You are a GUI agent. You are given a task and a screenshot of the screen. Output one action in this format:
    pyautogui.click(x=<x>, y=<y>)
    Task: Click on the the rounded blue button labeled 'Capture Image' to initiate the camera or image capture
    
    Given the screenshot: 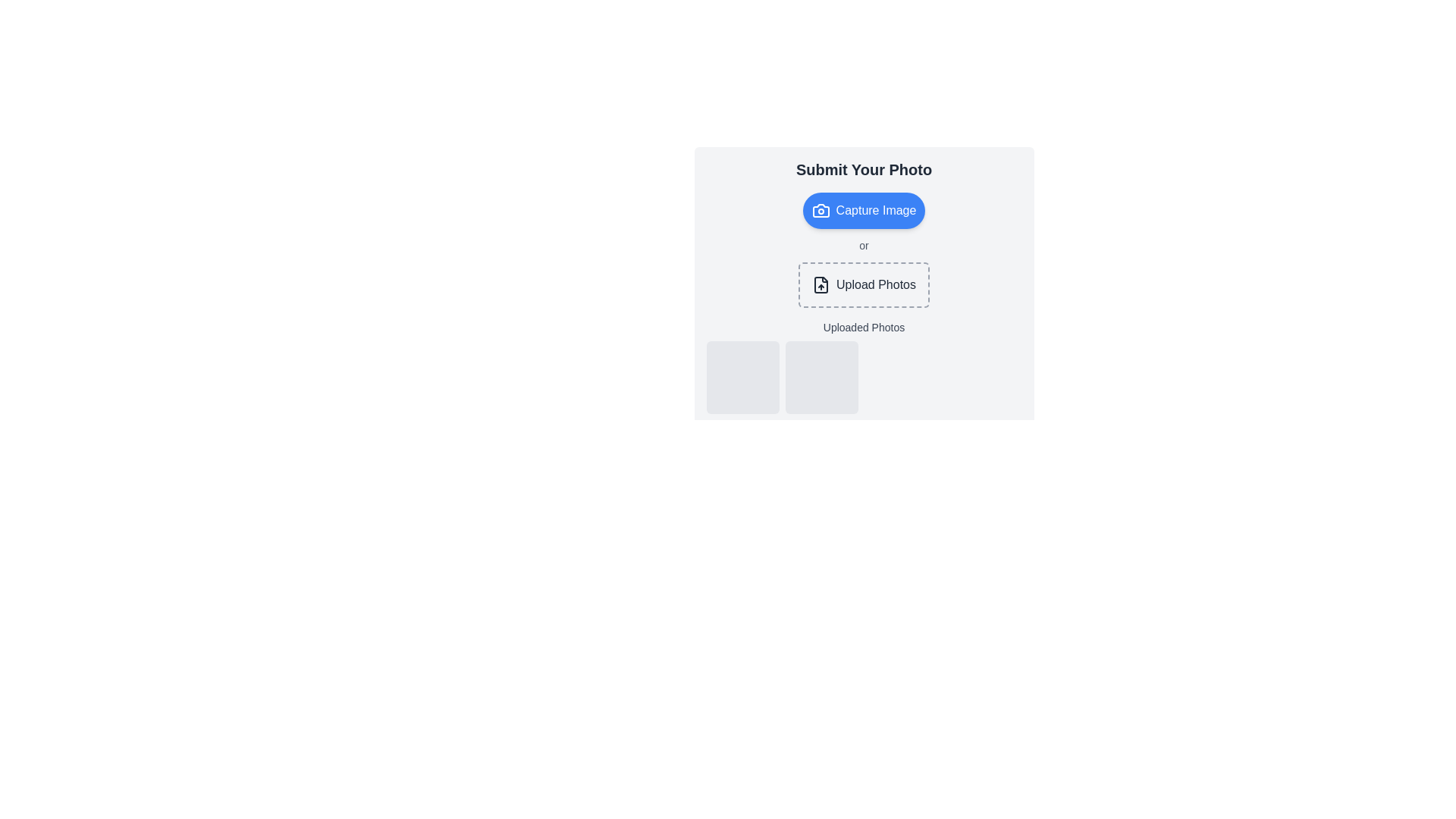 What is the action you would take?
    pyautogui.click(x=864, y=210)
    